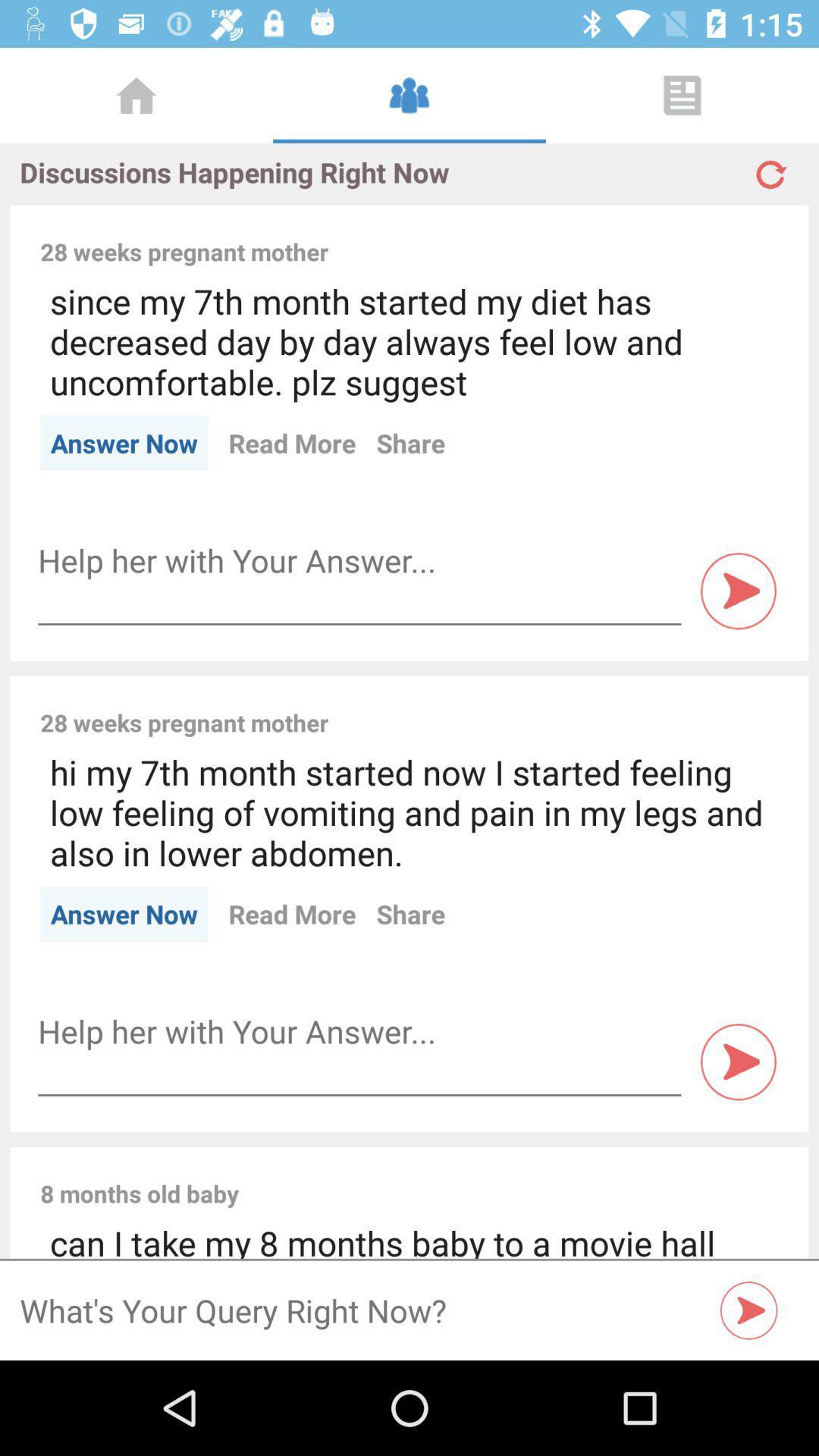  Describe the element at coordinates (409, 1239) in the screenshot. I see `can i take item` at that location.